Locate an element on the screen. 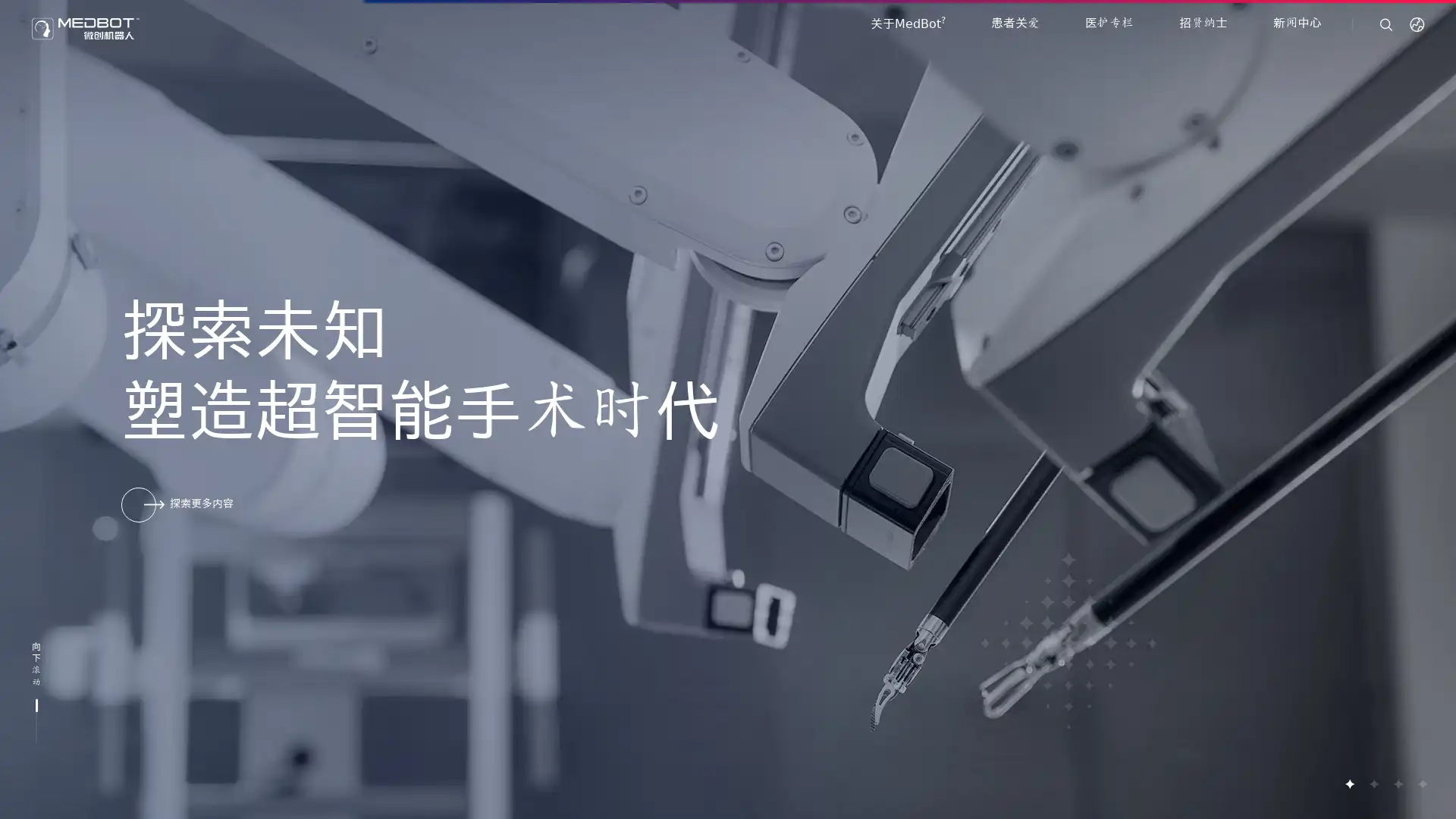  Go to slide 2 is located at coordinates (1373, 783).